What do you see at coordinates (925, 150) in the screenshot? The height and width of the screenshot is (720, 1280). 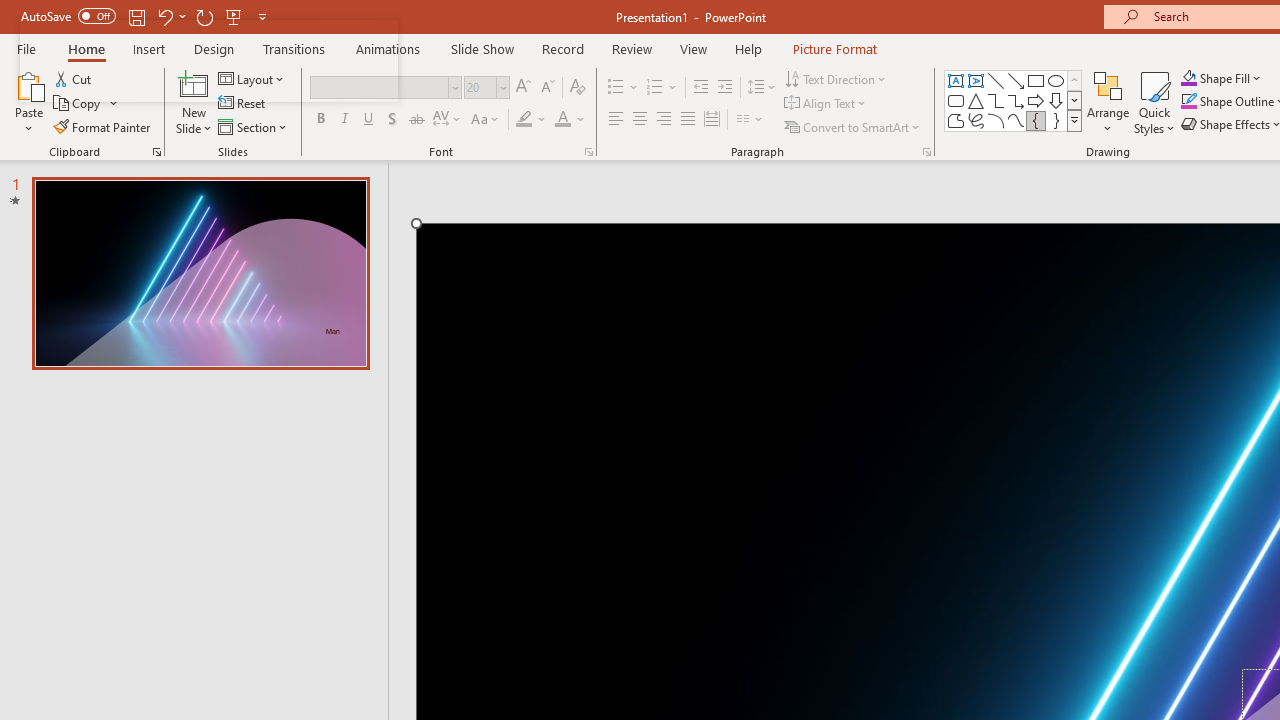 I see `'Paragraph...'` at bounding box center [925, 150].